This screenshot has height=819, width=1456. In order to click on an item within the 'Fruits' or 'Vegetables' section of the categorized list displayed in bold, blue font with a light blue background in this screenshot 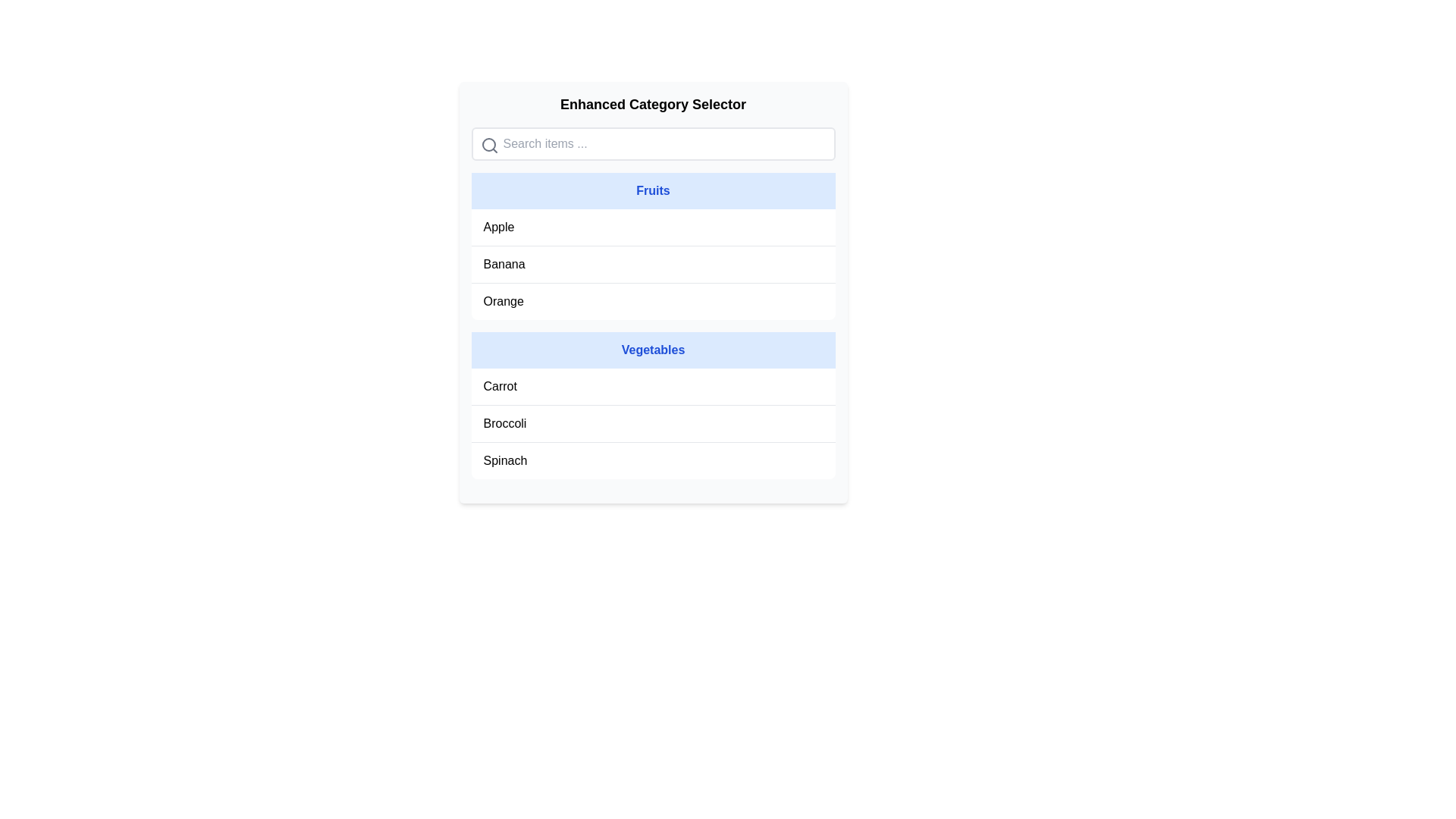, I will do `click(653, 331)`.